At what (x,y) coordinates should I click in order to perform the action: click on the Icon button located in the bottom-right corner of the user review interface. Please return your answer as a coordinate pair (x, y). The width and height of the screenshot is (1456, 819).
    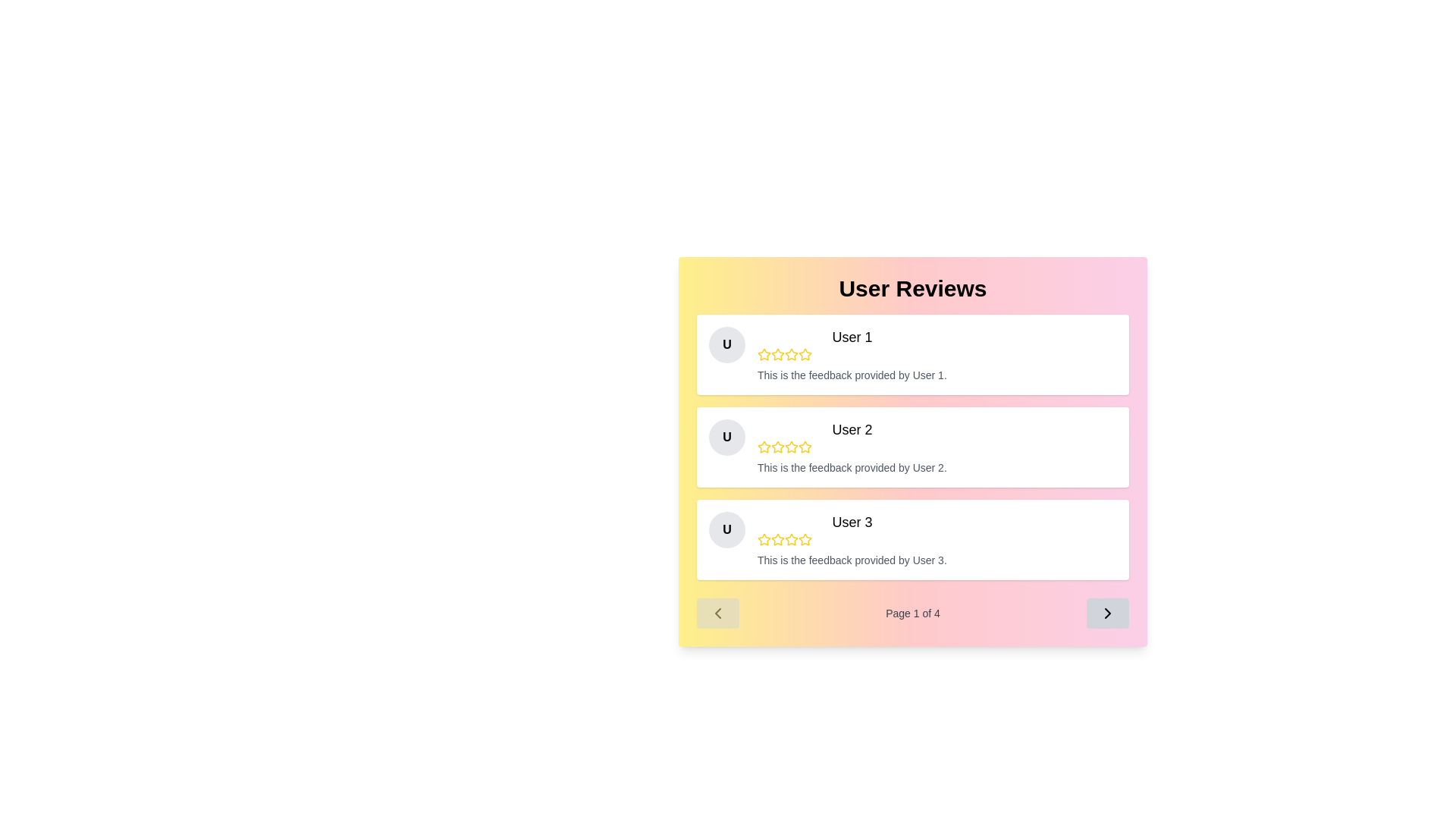
    Looking at the image, I should click on (1107, 613).